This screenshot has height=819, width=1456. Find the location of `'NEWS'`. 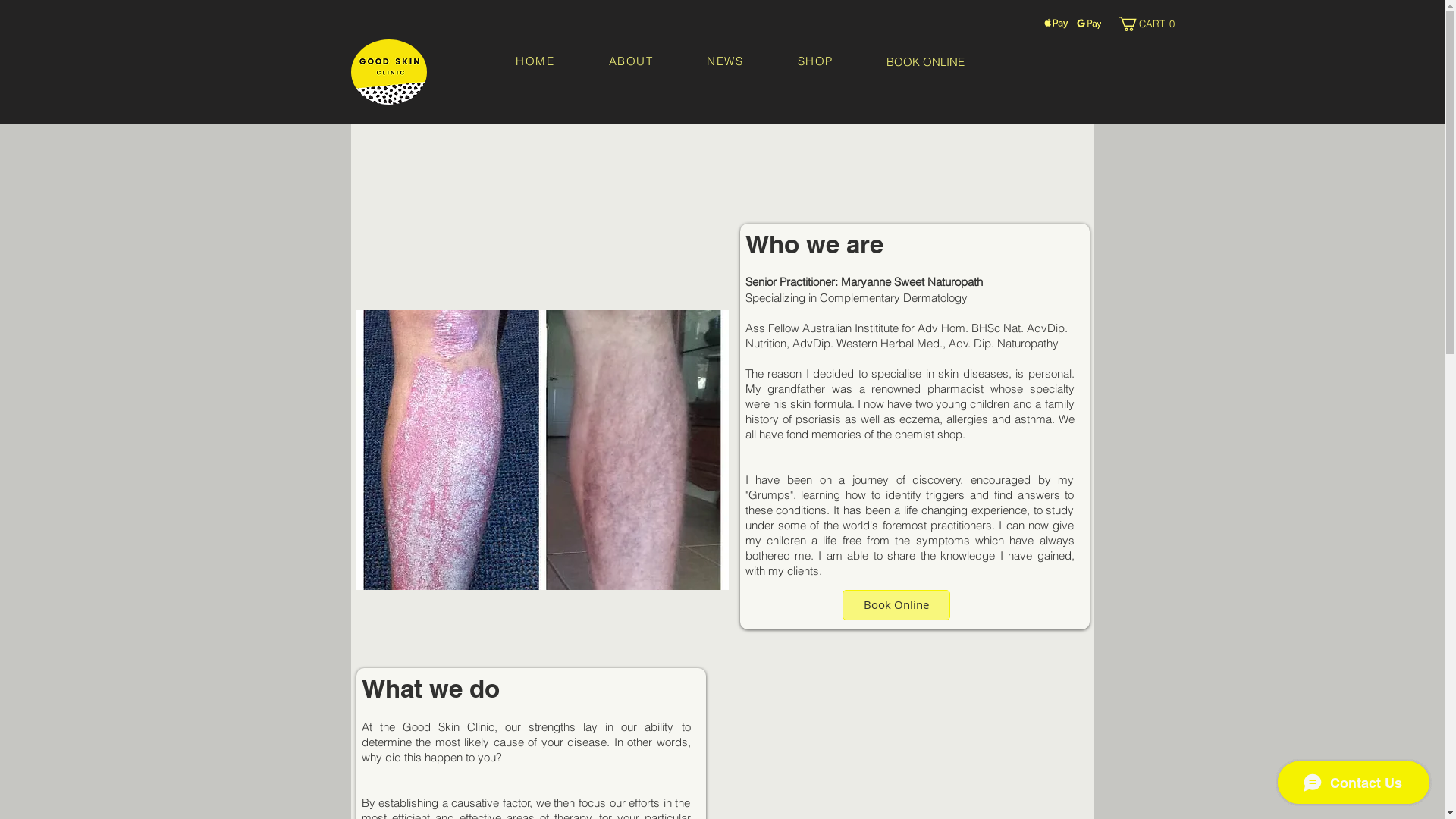

'NEWS' is located at coordinates (724, 61).